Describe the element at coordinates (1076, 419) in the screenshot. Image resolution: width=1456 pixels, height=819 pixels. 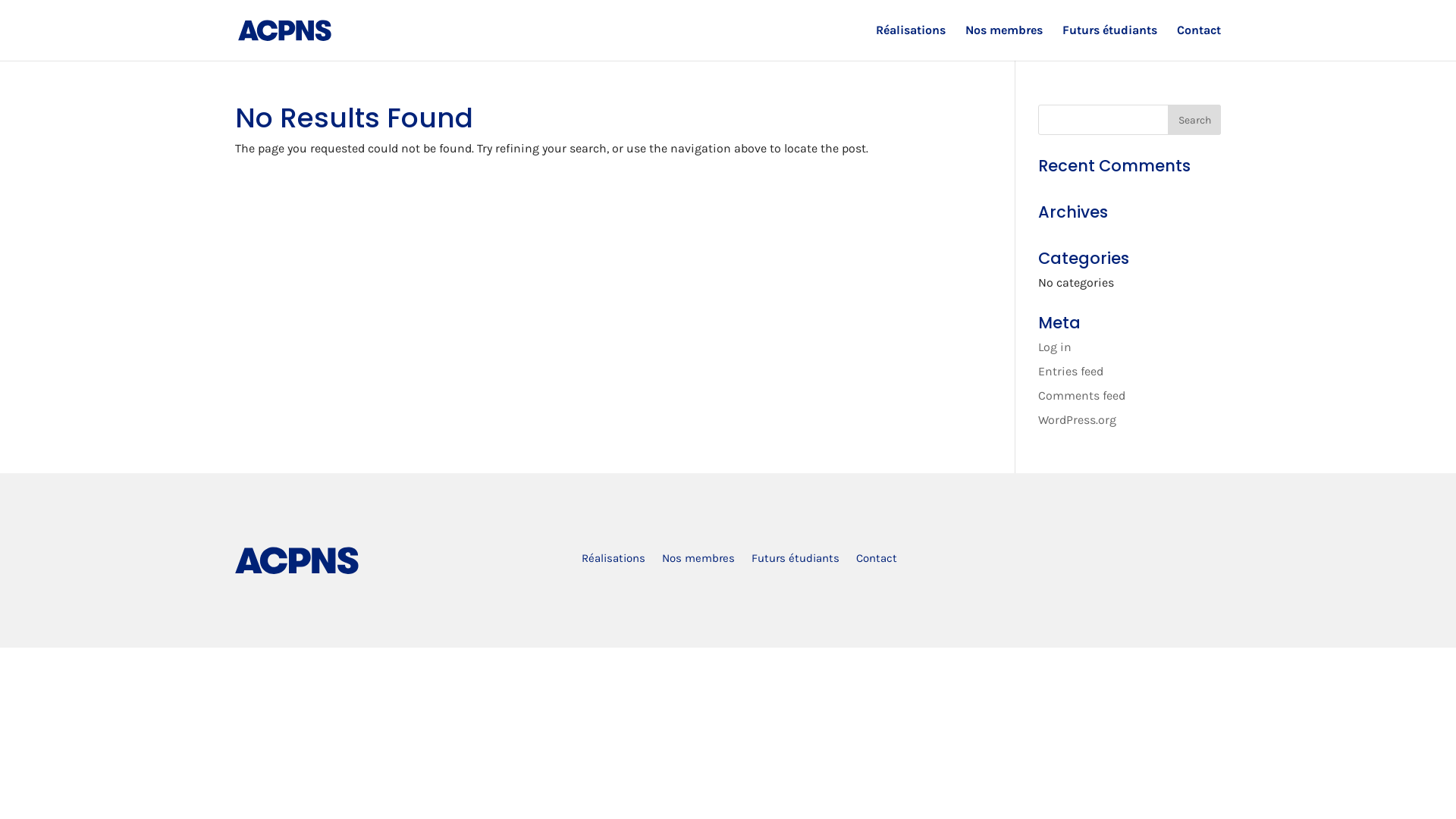
I see `'WordPress.org'` at that location.